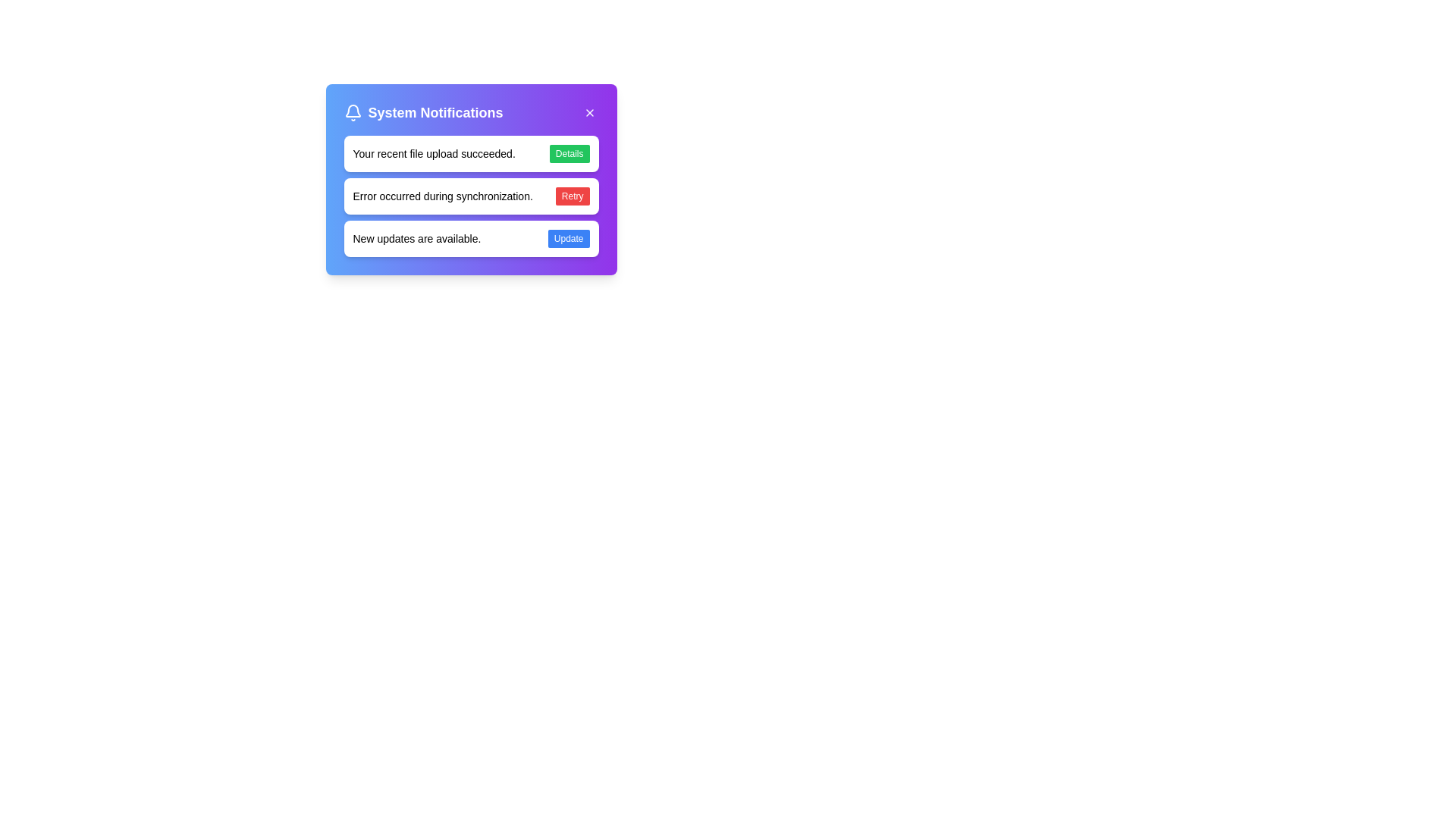  What do you see at coordinates (588, 112) in the screenshot?
I see `the close icon button located in the top-right corner of the notification card` at bounding box center [588, 112].